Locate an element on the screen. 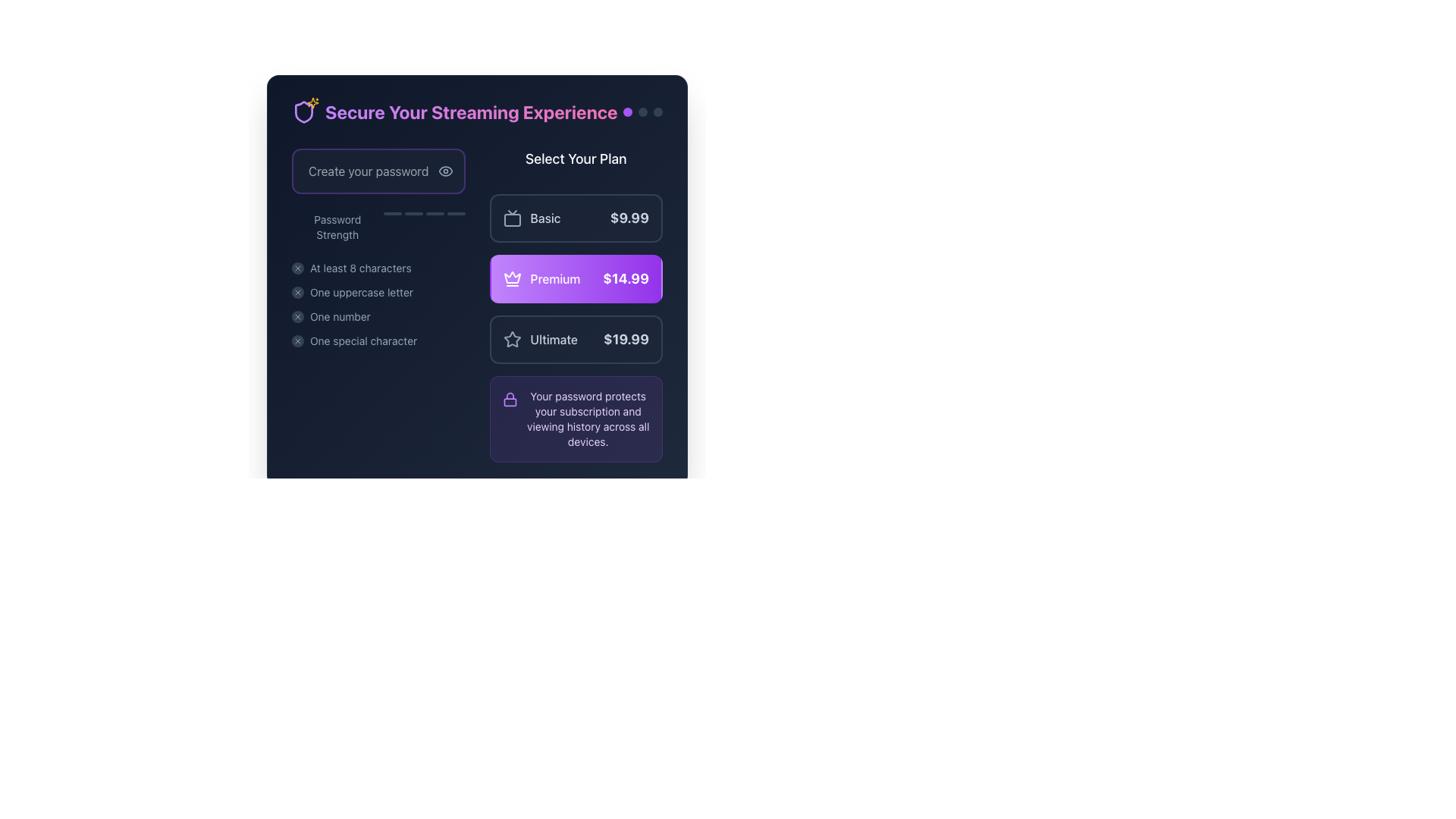 This screenshot has width=1456, height=819. text displayed in the label showing the price '$14.99' which is located to the right of the 'Premium' option in the subscription plan selector is located at coordinates (626, 278).